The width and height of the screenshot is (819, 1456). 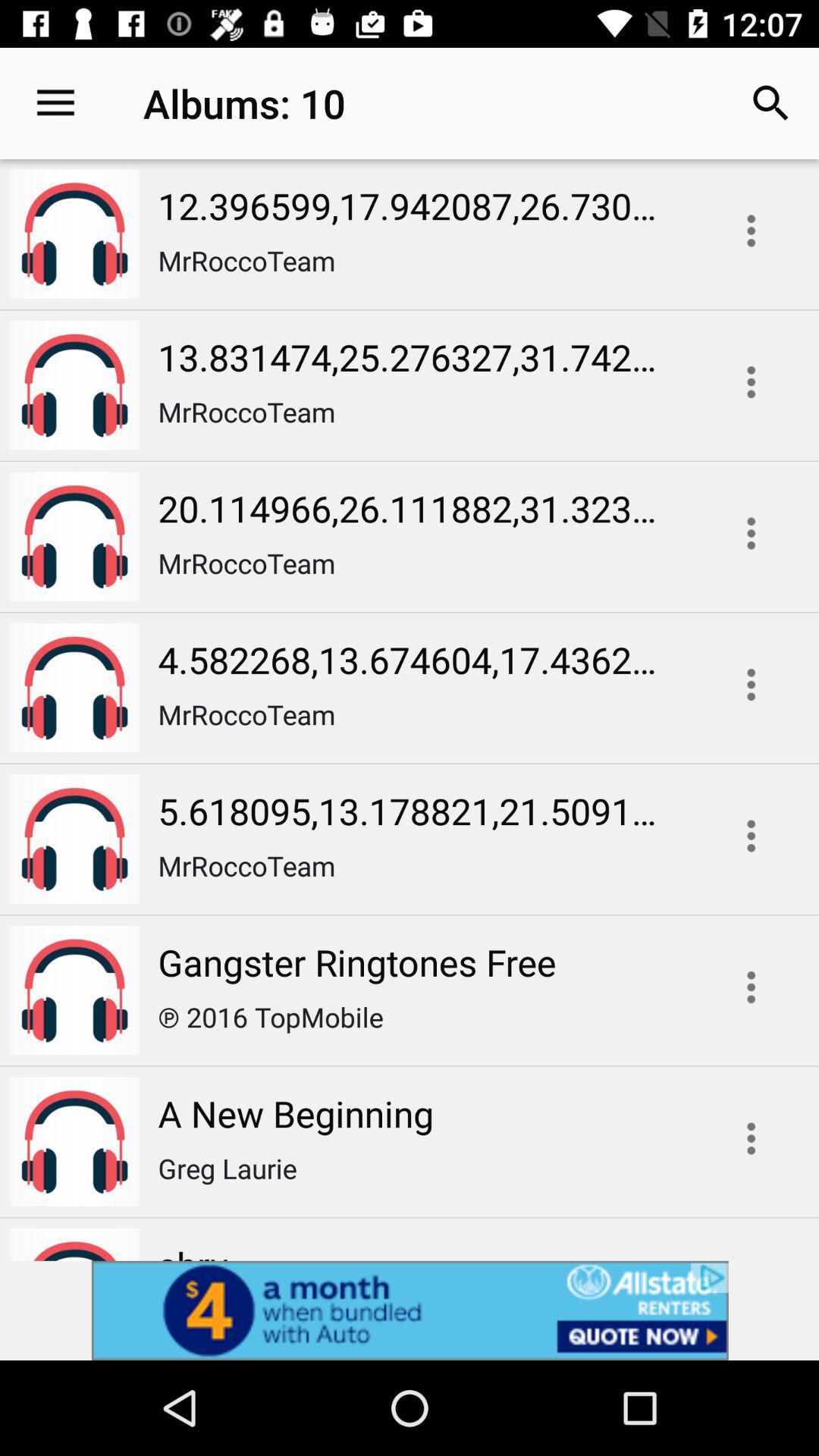 What do you see at coordinates (751, 683) in the screenshot?
I see `more details` at bounding box center [751, 683].